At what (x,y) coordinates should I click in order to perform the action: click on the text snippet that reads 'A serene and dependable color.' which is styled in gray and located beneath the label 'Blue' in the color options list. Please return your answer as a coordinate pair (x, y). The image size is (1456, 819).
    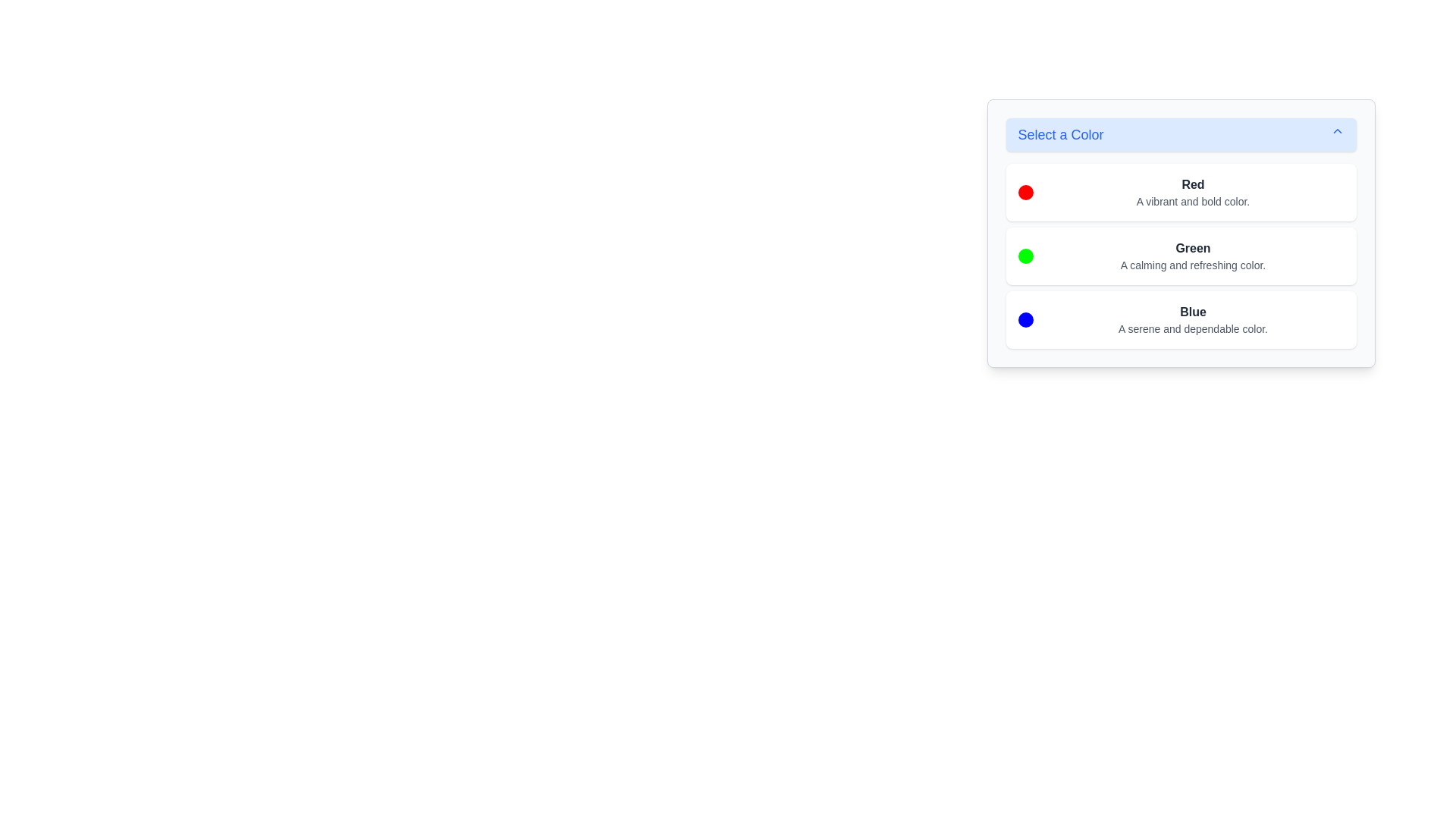
    Looking at the image, I should click on (1192, 328).